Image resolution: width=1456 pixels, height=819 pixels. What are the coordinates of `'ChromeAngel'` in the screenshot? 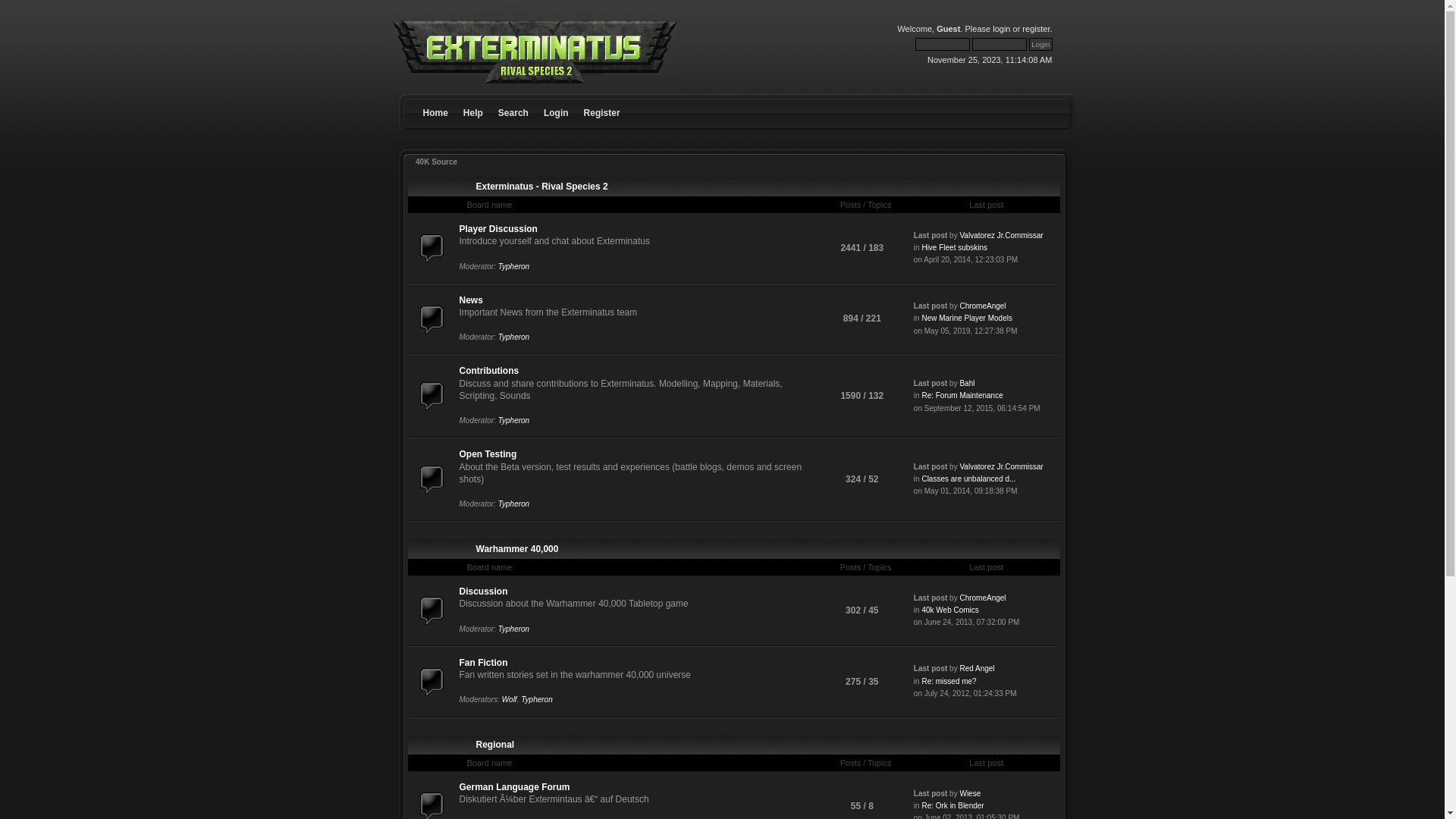 It's located at (982, 306).